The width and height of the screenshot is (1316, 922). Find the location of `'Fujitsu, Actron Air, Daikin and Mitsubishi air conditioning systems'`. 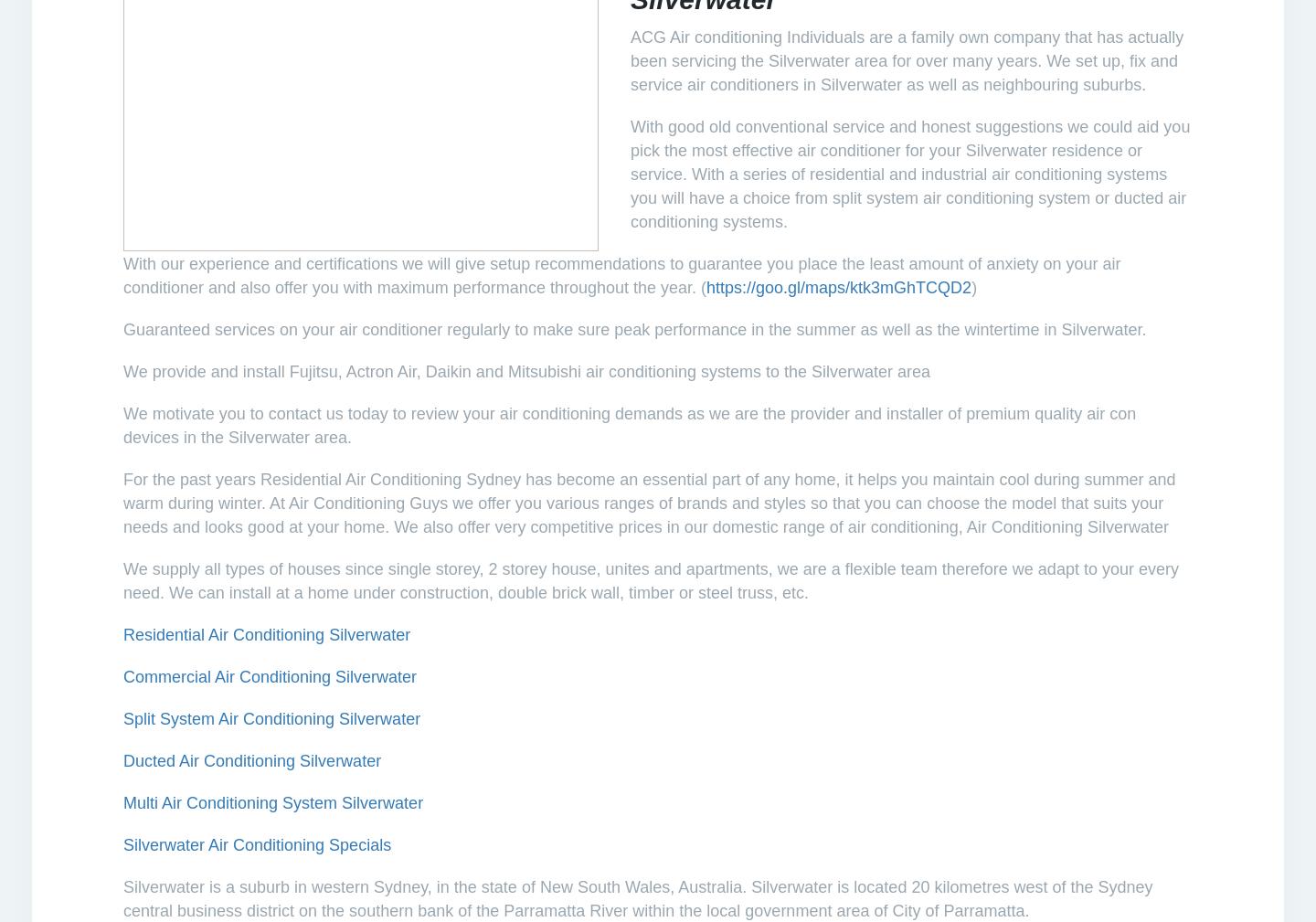

'Fujitsu, Actron Air, Daikin and Mitsubishi air conditioning systems' is located at coordinates (525, 371).